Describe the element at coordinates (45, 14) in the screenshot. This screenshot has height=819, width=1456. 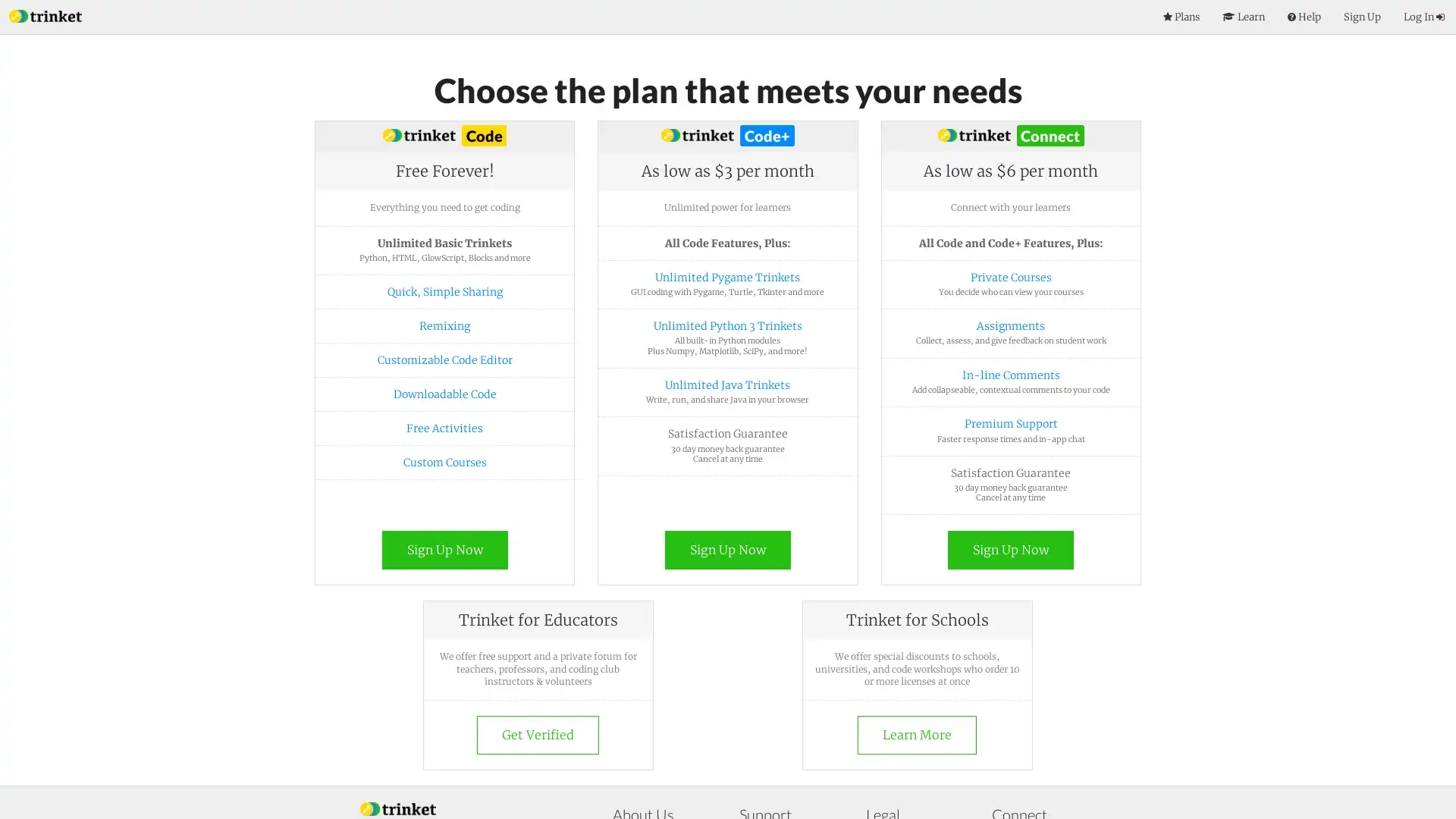
I see `Index Page` at that location.